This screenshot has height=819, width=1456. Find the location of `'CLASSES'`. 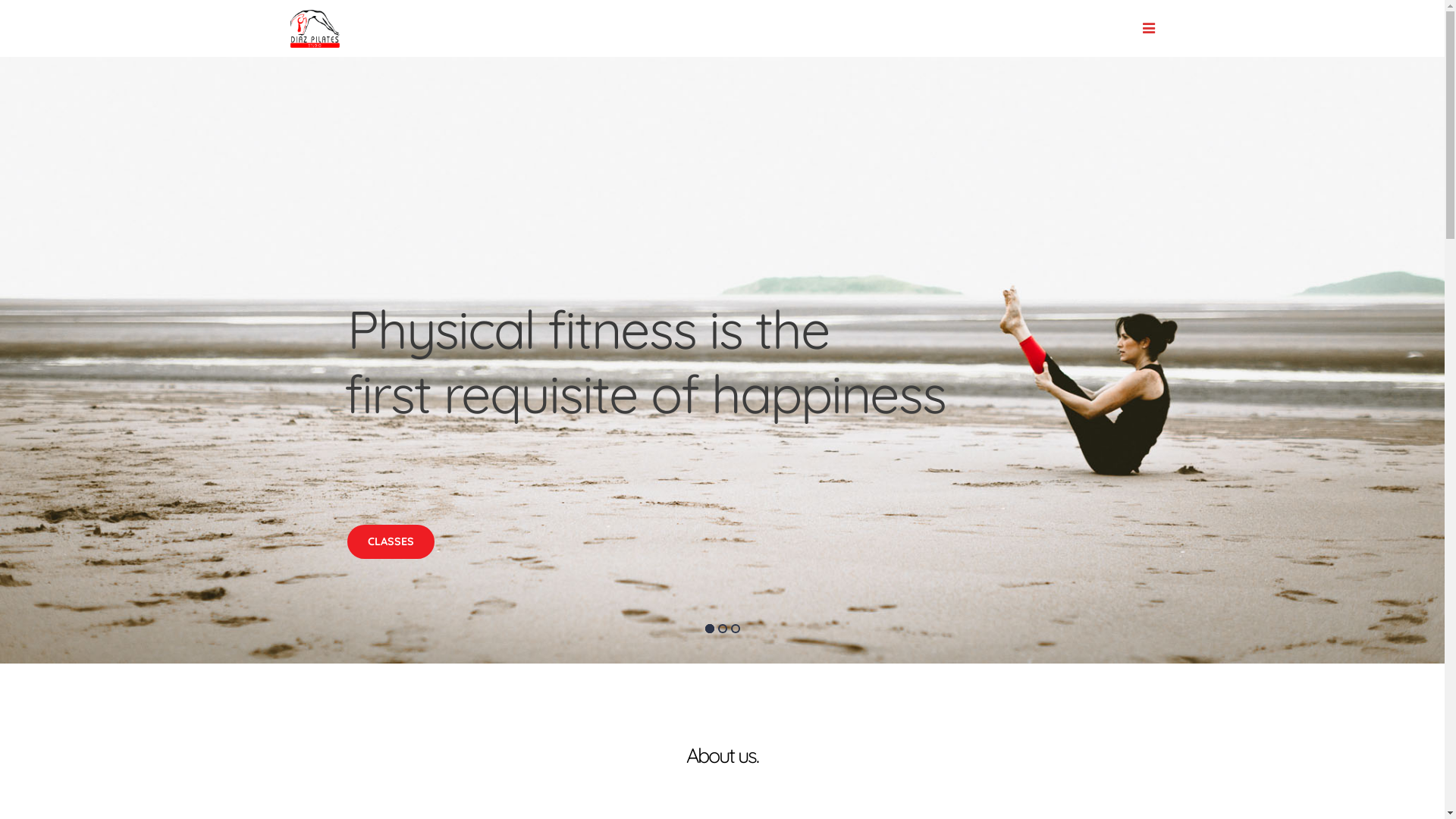

'CLASSES' is located at coordinates (391, 541).